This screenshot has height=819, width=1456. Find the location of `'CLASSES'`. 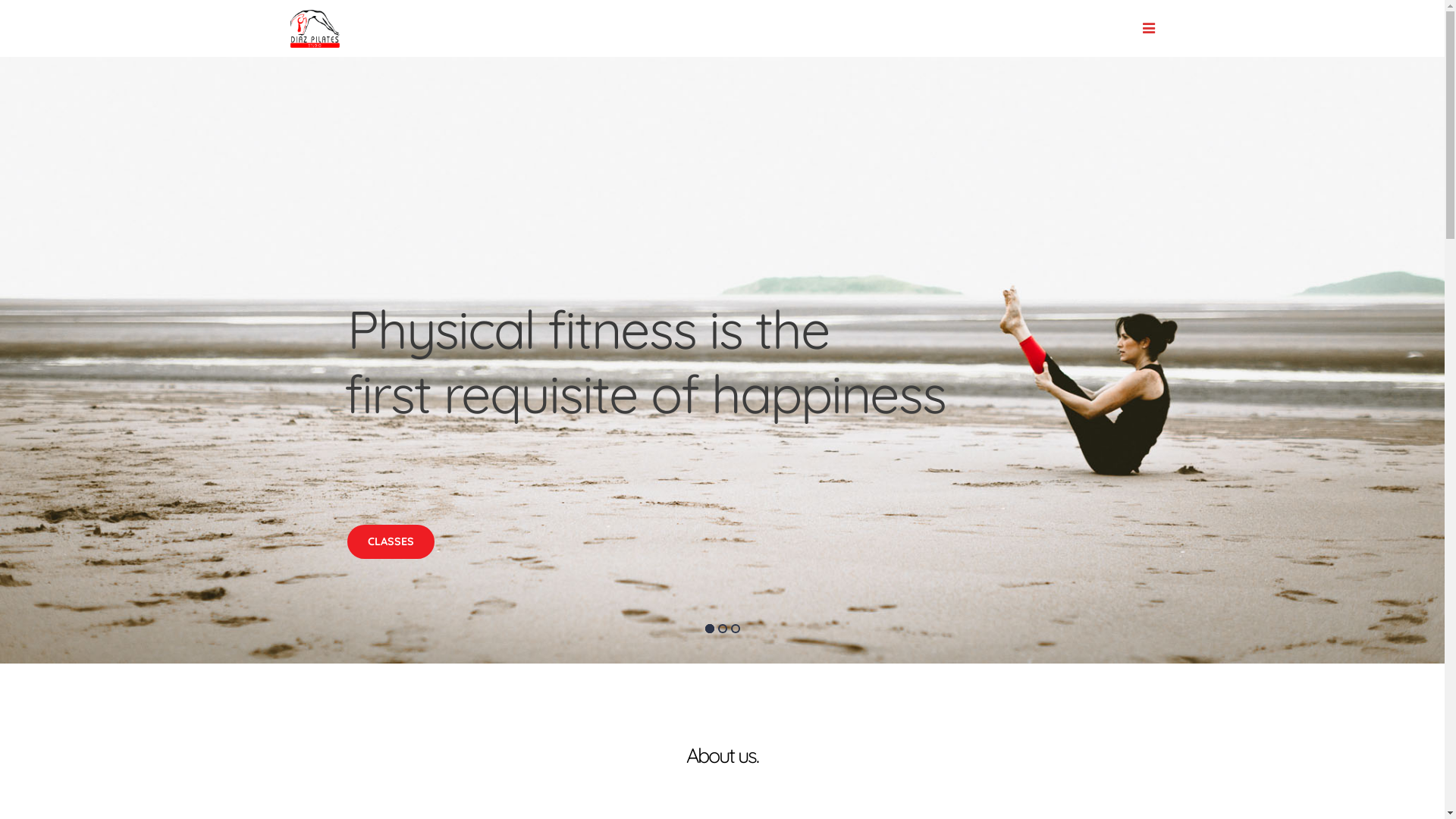

'CLASSES' is located at coordinates (391, 541).